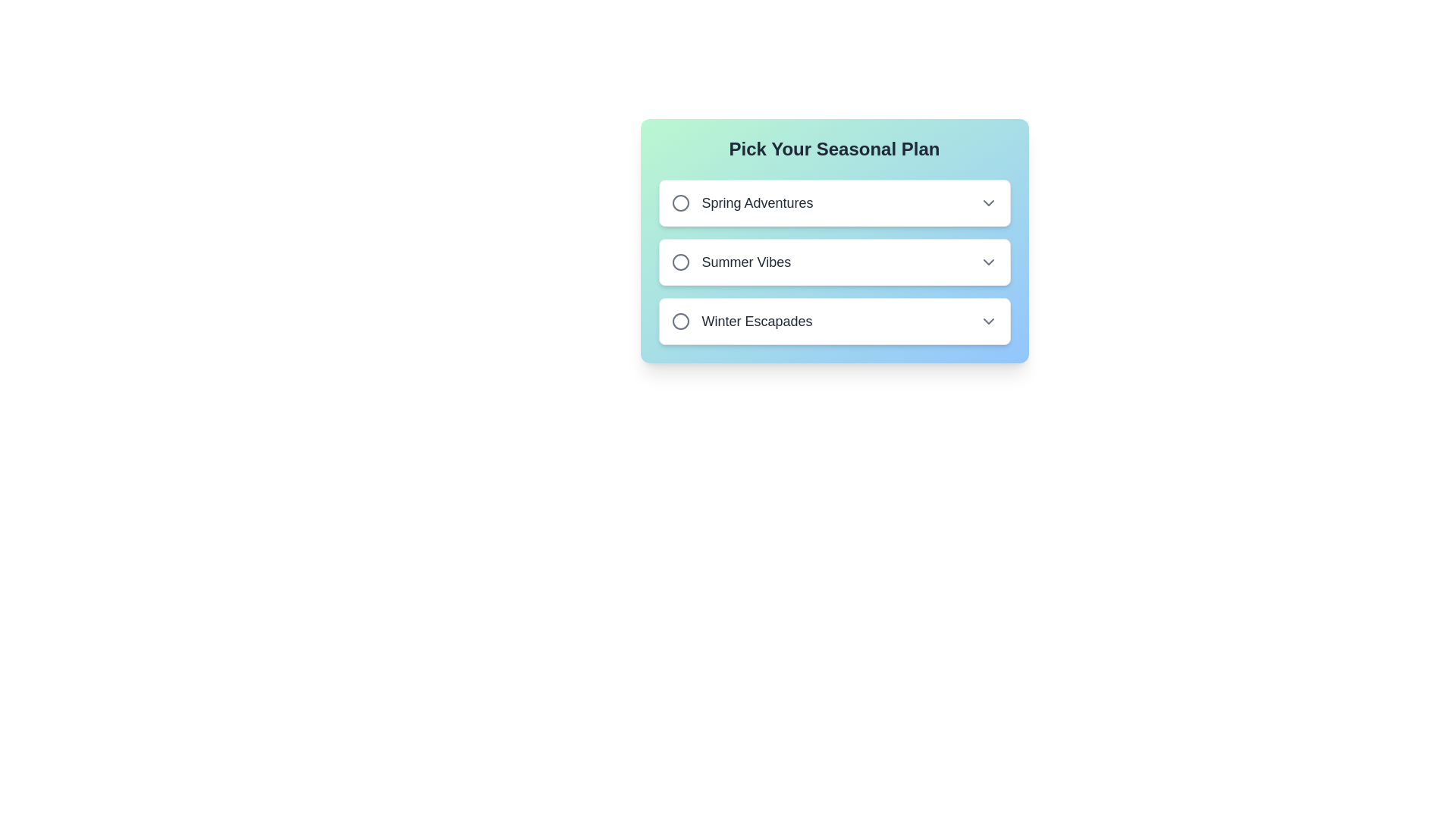 The width and height of the screenshot is (1456, 819). What do you see at coordinates (742, 321) in the screenshot?
I see `the 'Winter Escapades' option in the horizontal list item with a radio button` at bounding box center [742, 321].